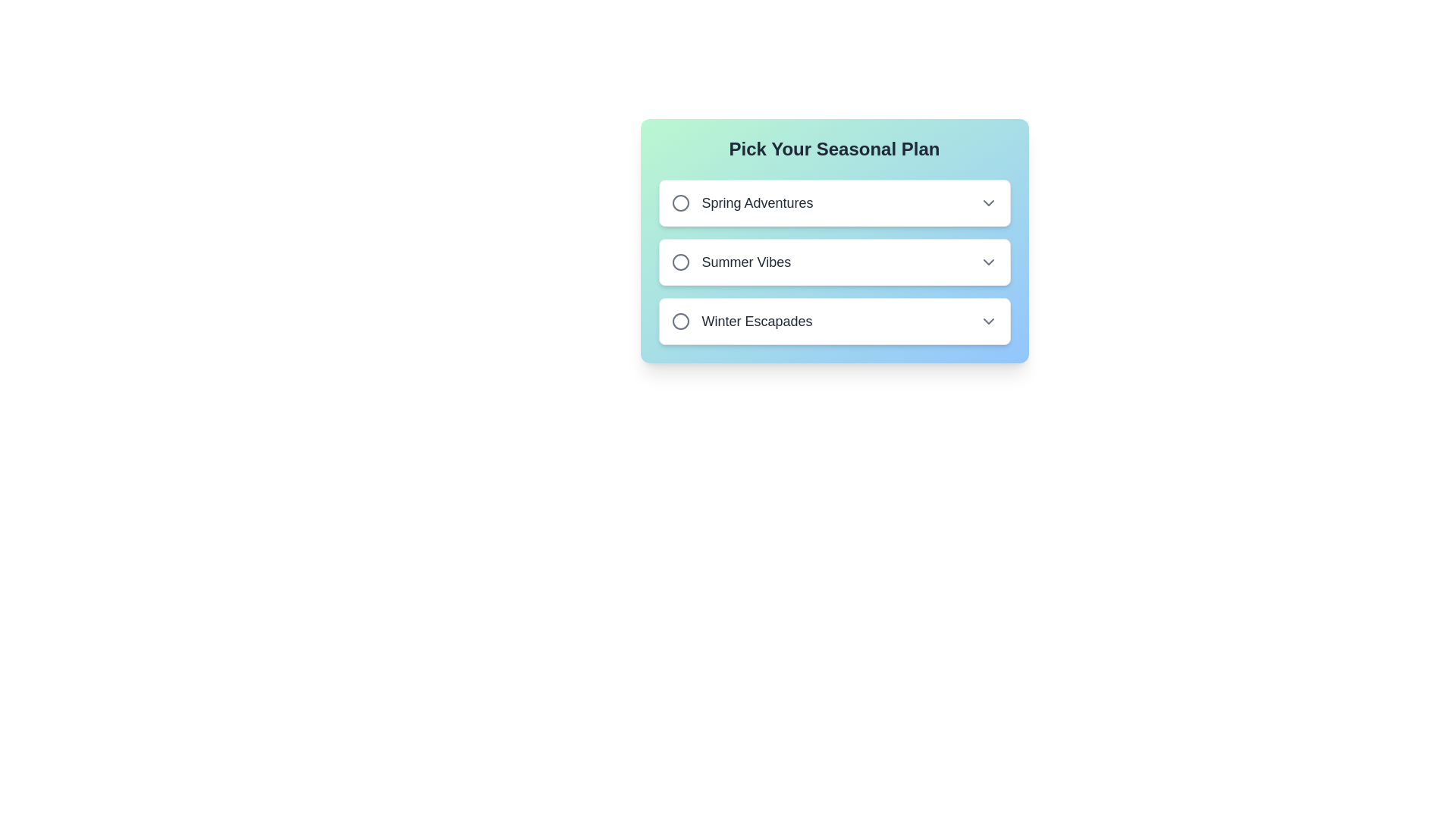 The width and height of the screenshot is (1456, 819). What do you see at coordinates (742, 321) in the screenshot?
I see `the 'Winter Escapades' option in the horizontal list item with a radio button` at bounding box center [742, 321].